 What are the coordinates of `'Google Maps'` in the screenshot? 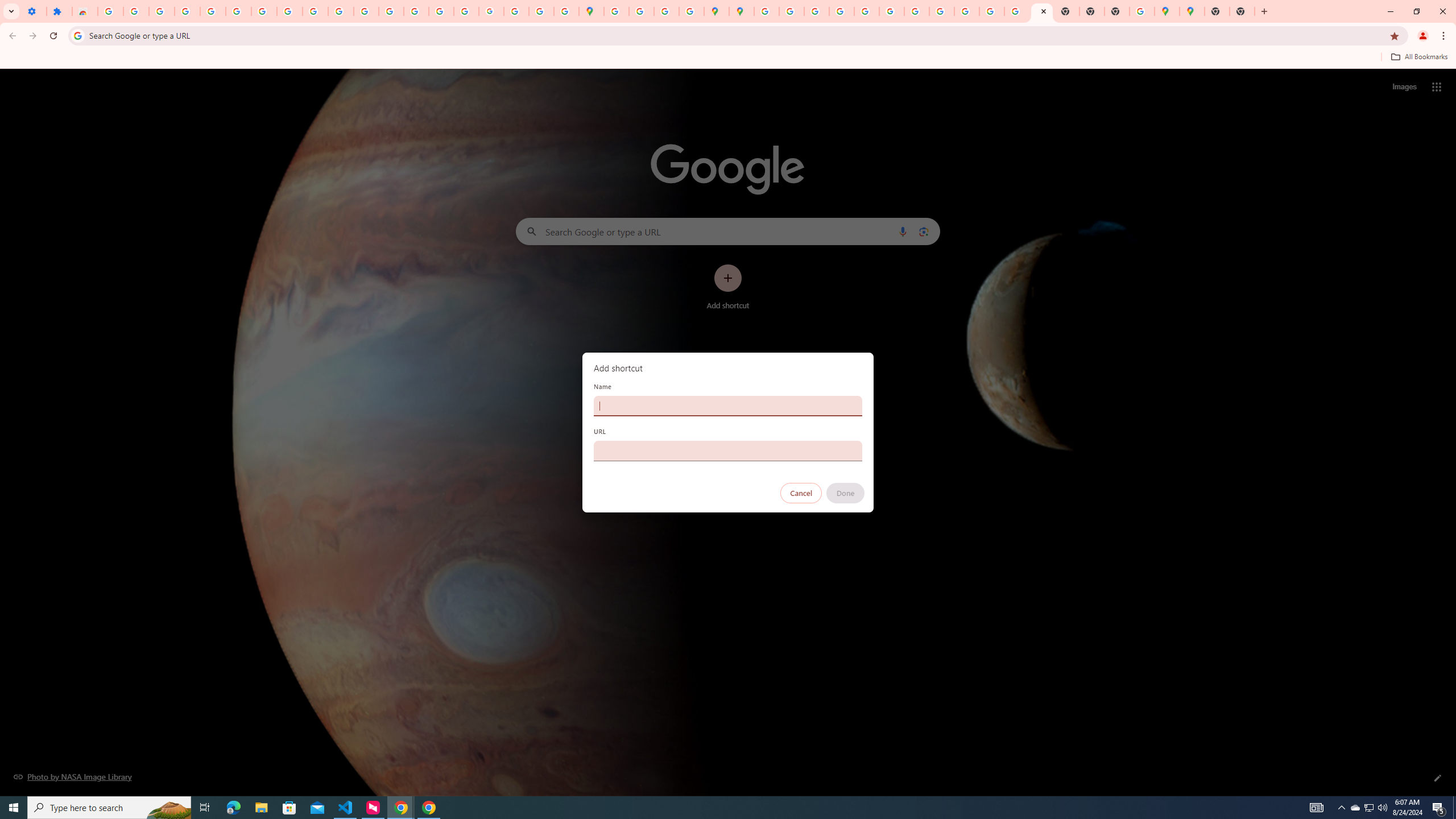 It's located at (1166, 11).